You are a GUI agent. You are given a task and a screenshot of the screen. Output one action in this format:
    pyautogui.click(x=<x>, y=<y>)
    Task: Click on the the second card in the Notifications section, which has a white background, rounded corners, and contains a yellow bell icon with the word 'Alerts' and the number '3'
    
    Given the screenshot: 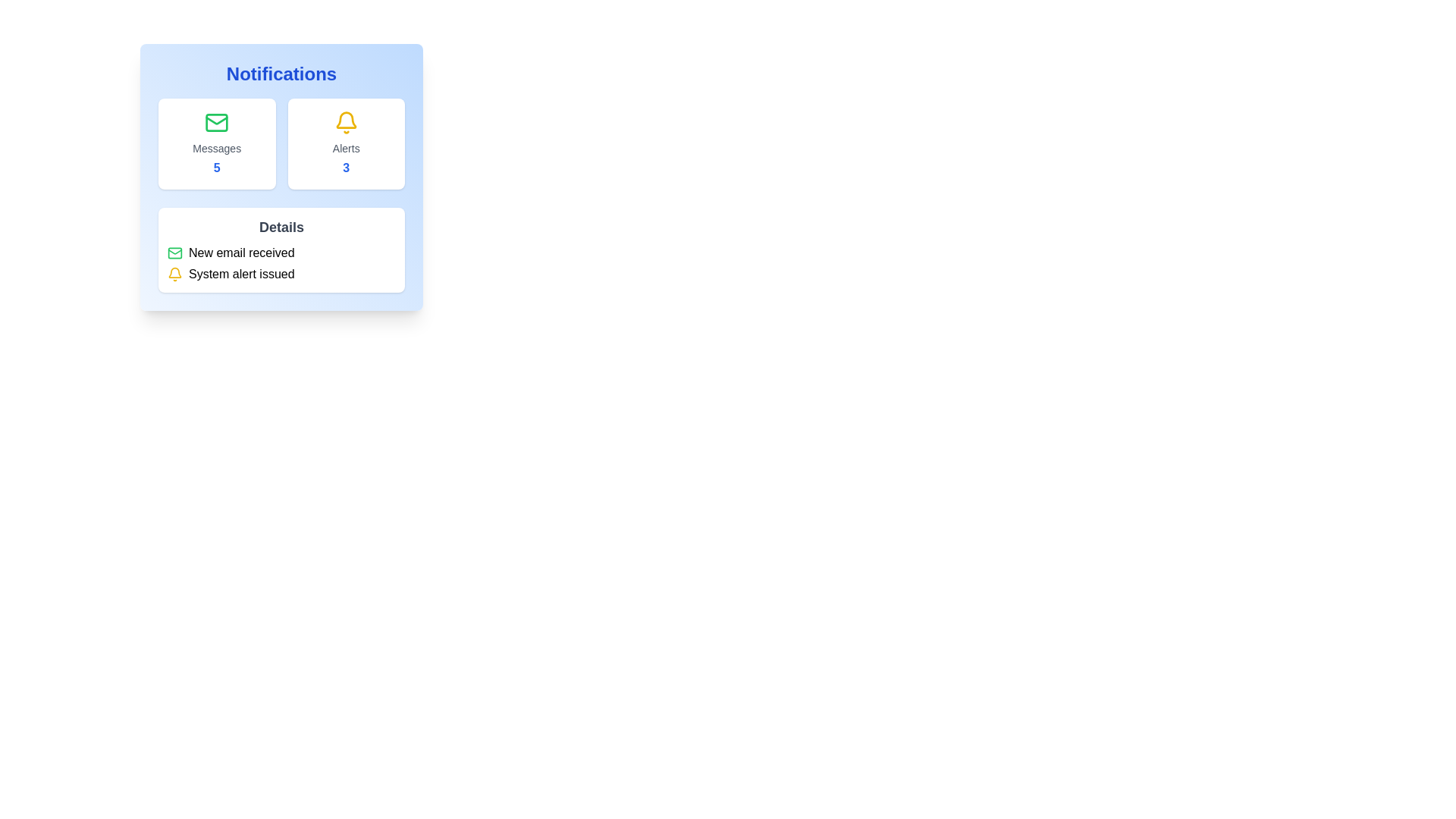 What is the action you would take?
    pyautogui.click(x=345, y=143)
    